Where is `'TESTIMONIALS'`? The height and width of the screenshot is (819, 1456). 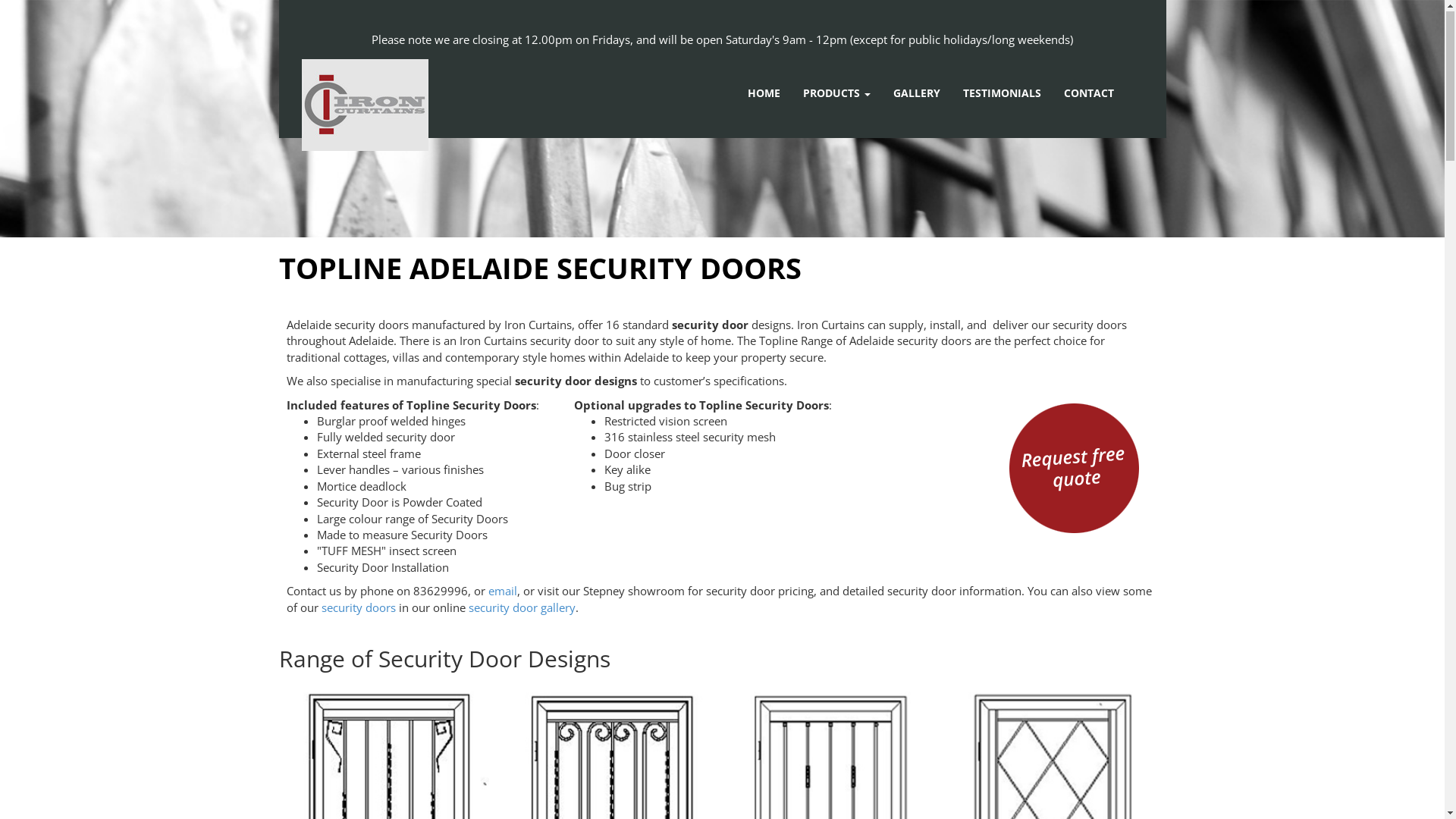 'TESTIMONIALS' is located at coordinates (1002, 93).